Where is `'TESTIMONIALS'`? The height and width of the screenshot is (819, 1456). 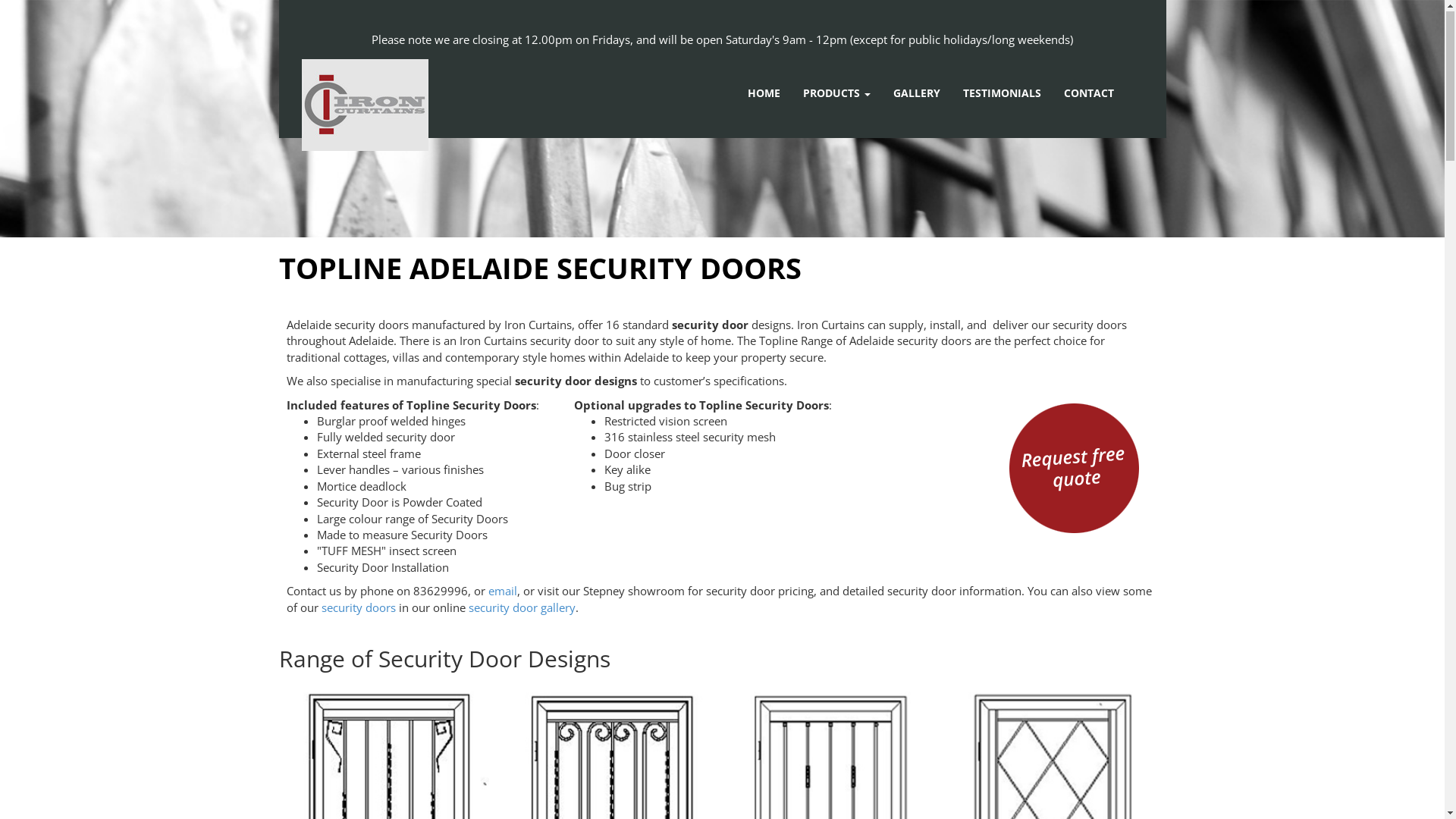 'TESTIMONIALS' is located at coordinates (1002, 93).